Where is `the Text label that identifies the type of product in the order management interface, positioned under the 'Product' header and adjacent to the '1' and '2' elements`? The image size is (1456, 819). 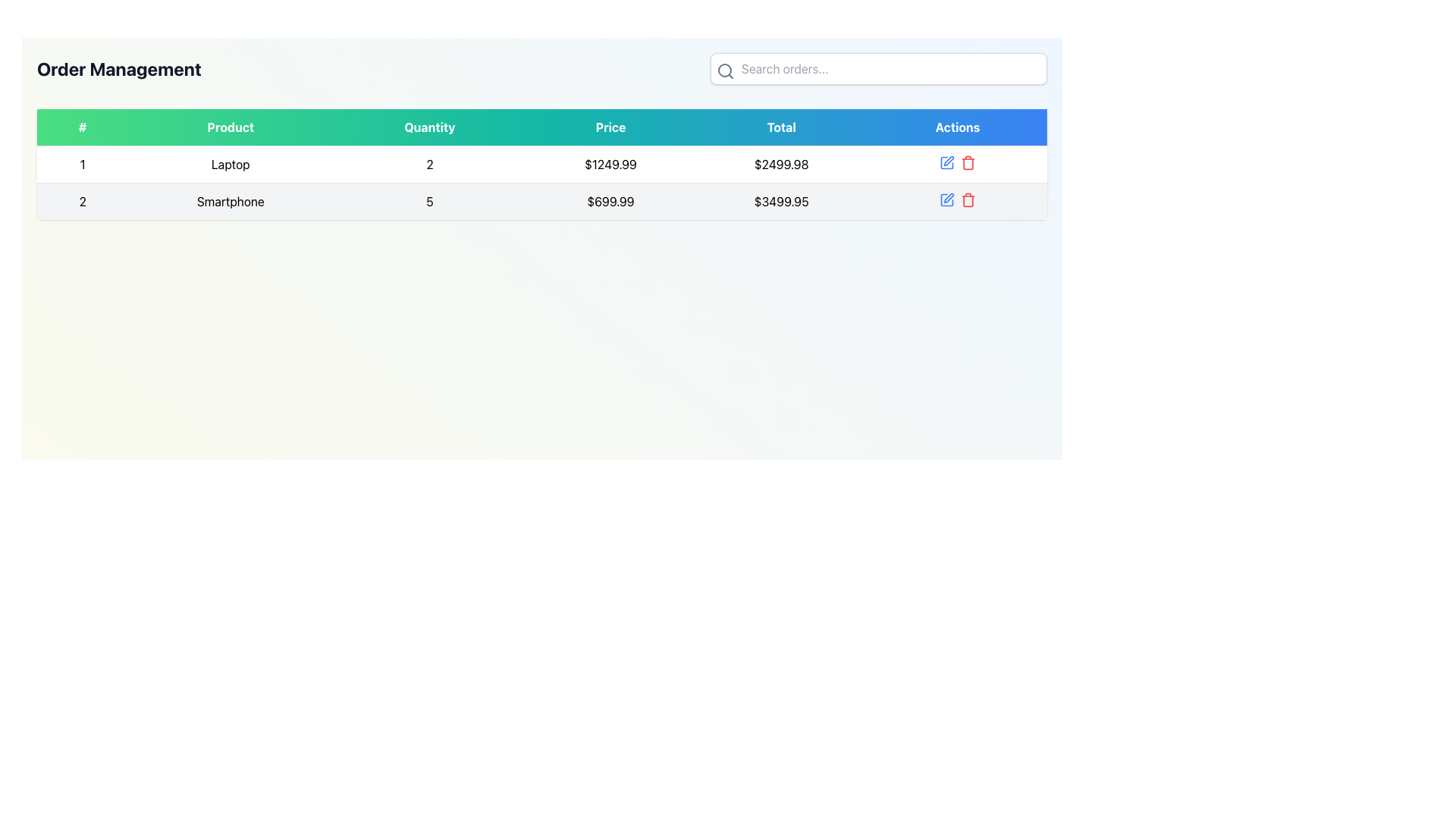
the Text label that identifies the type of product in the order management interface, positioned under the 'Product' header and adjacent to the '1' and '2' elements is located at coordinates (230, 164).